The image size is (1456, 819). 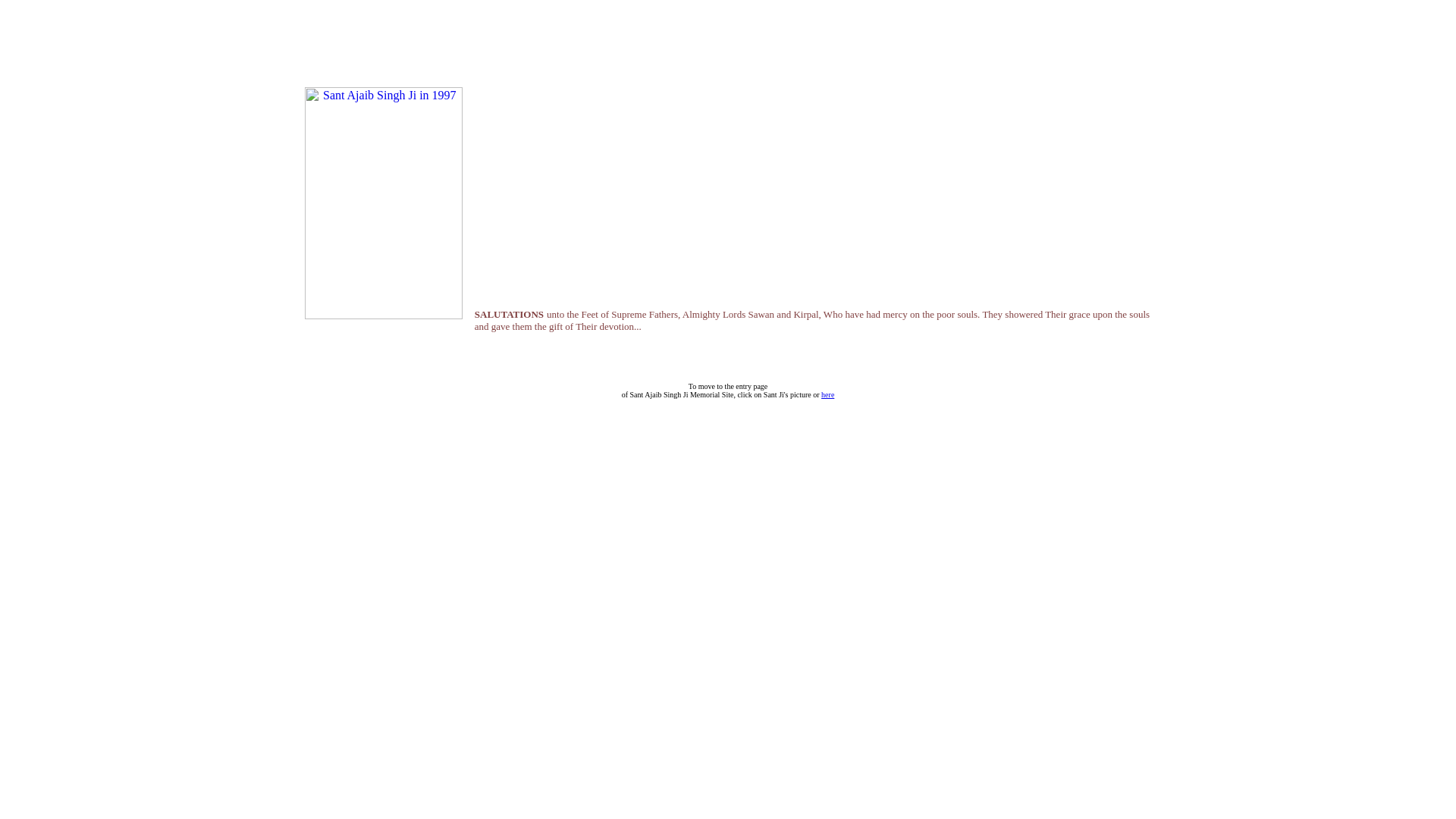 What do you see at coordinates (827, 394) in the screenshot?
I see `'here'` at bounding box center [827, 394].